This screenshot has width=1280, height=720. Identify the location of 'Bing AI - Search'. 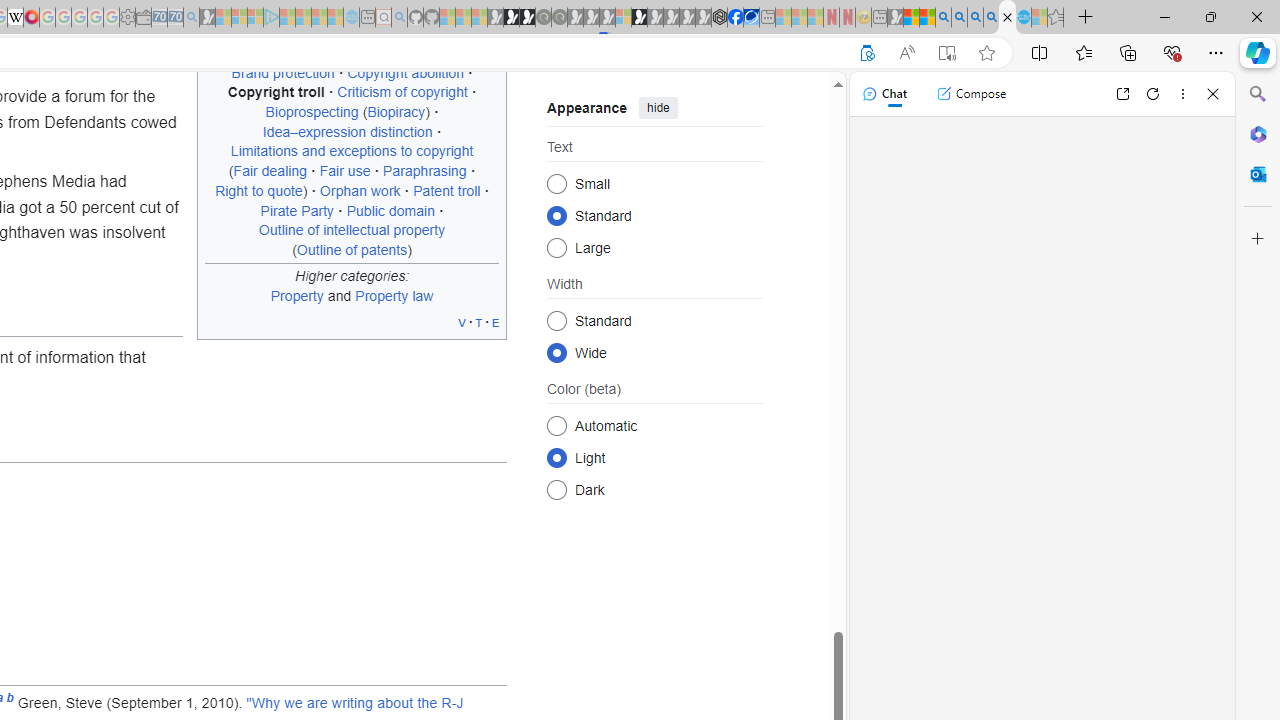
(942, 17).